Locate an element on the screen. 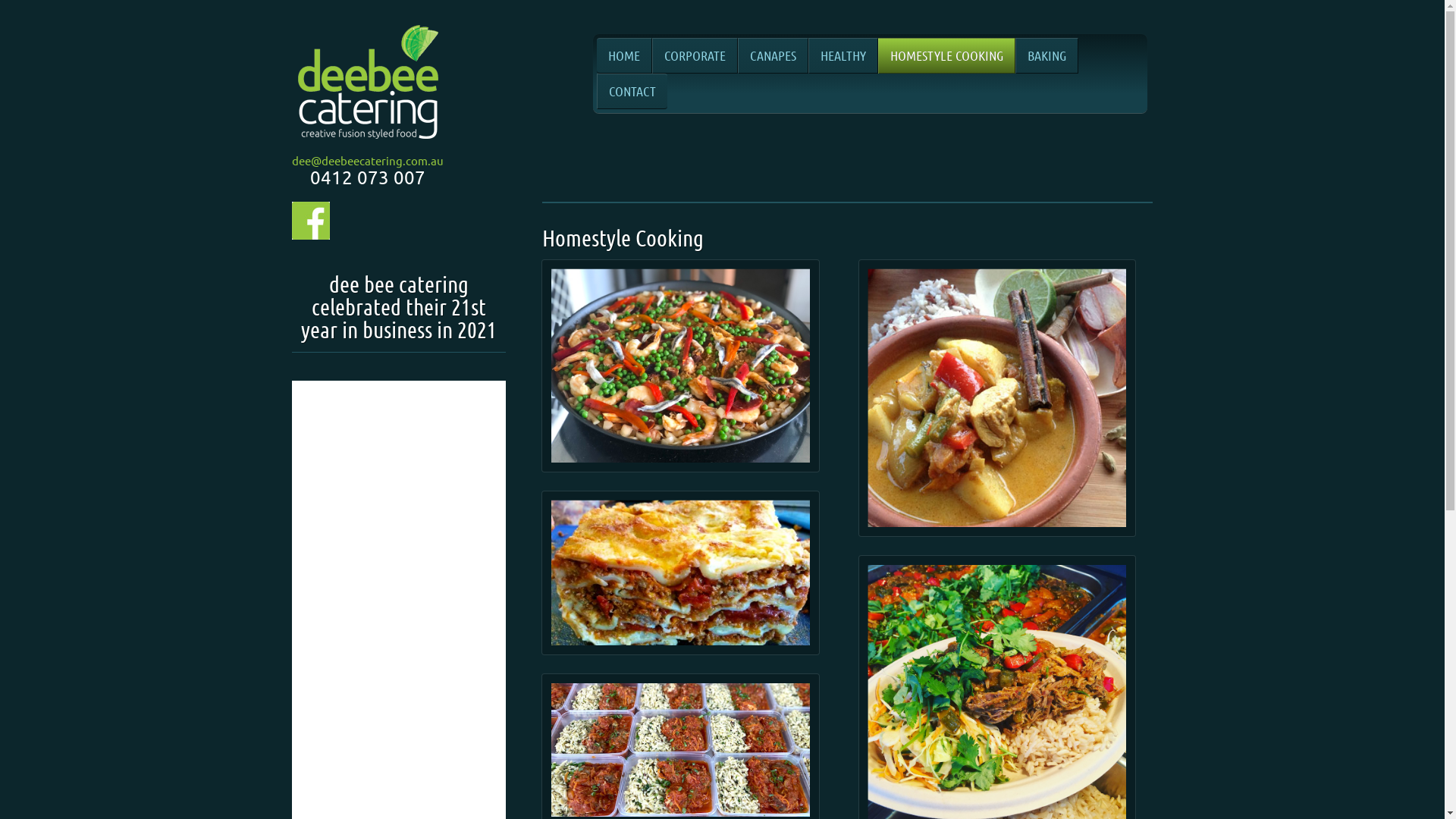 The height and width of the screenshot is (819, 1456). 'CONTACT' is located at coordinates (596, 91).